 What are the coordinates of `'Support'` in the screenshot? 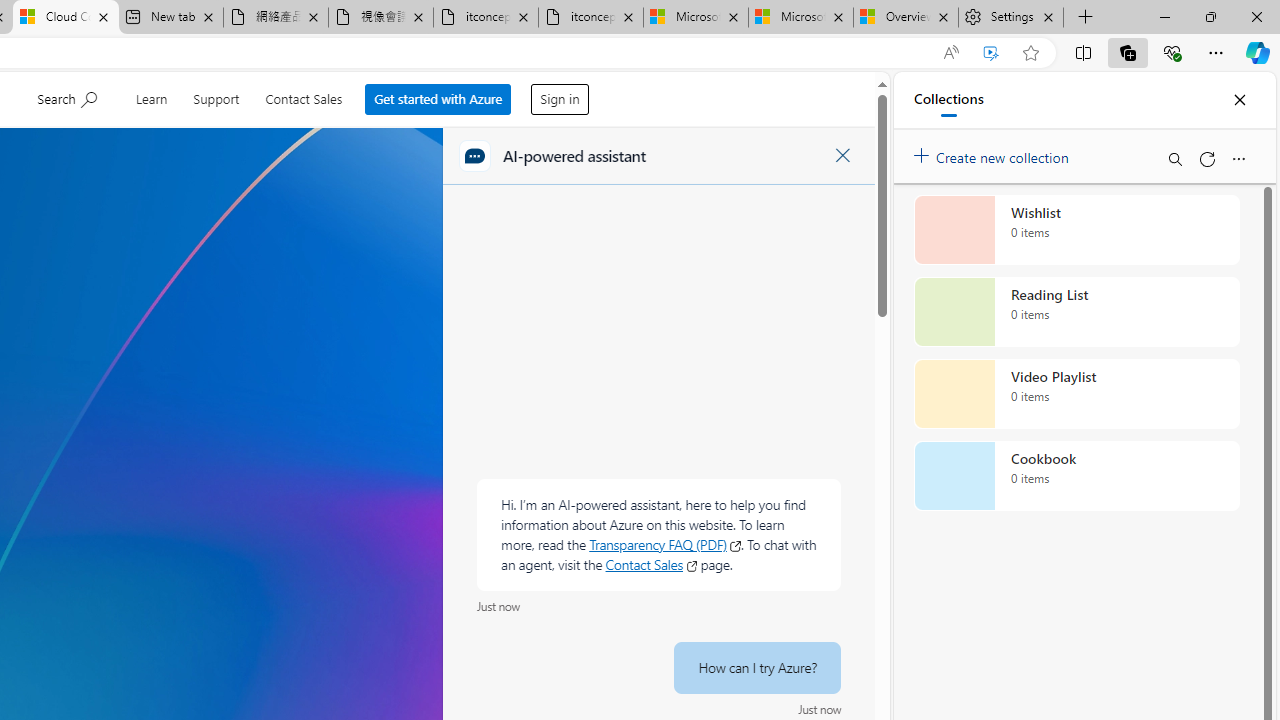 It's located at (216, 96).